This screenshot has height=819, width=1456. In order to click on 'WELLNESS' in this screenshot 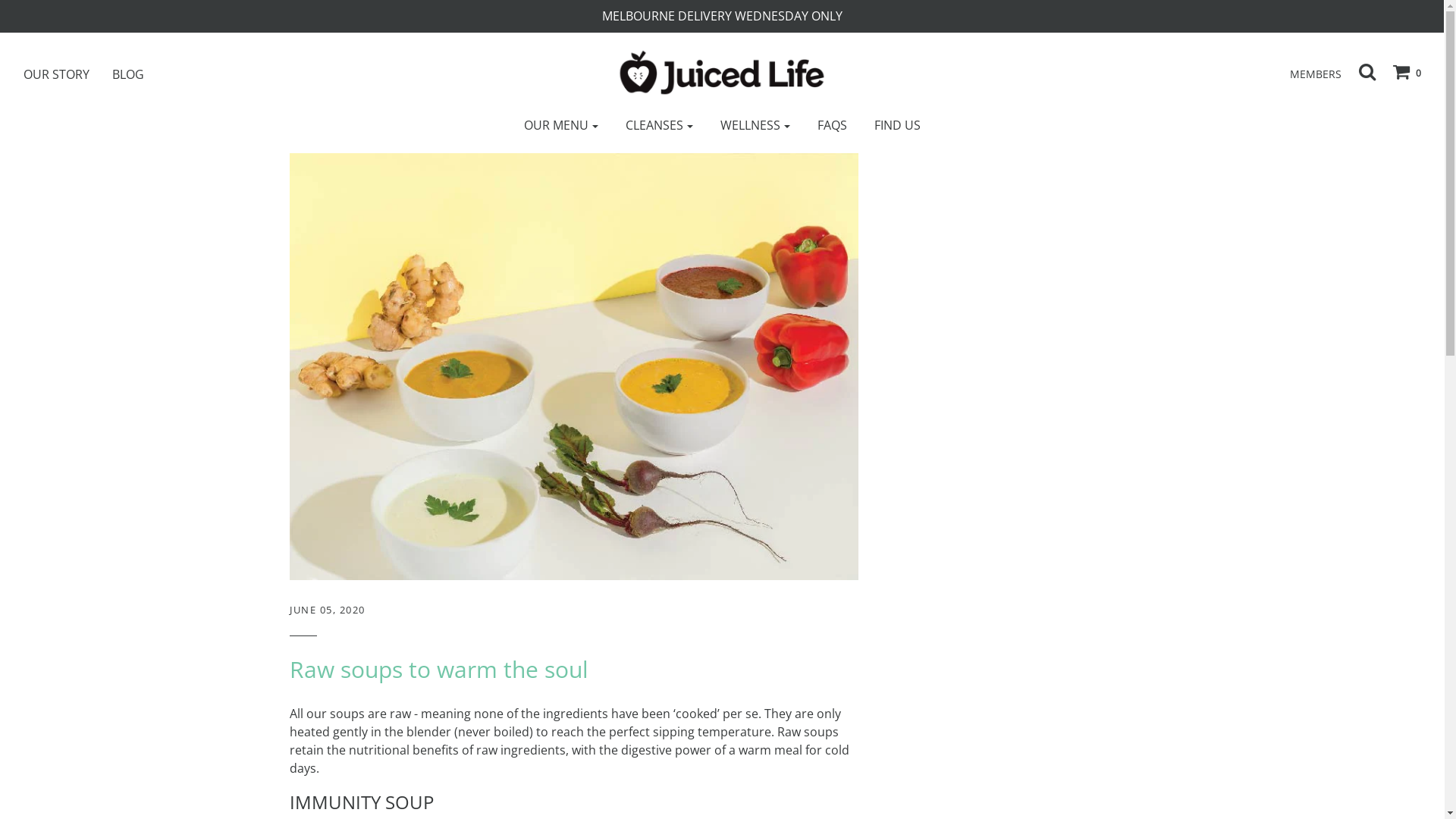, I will do `click(754, 124)`.